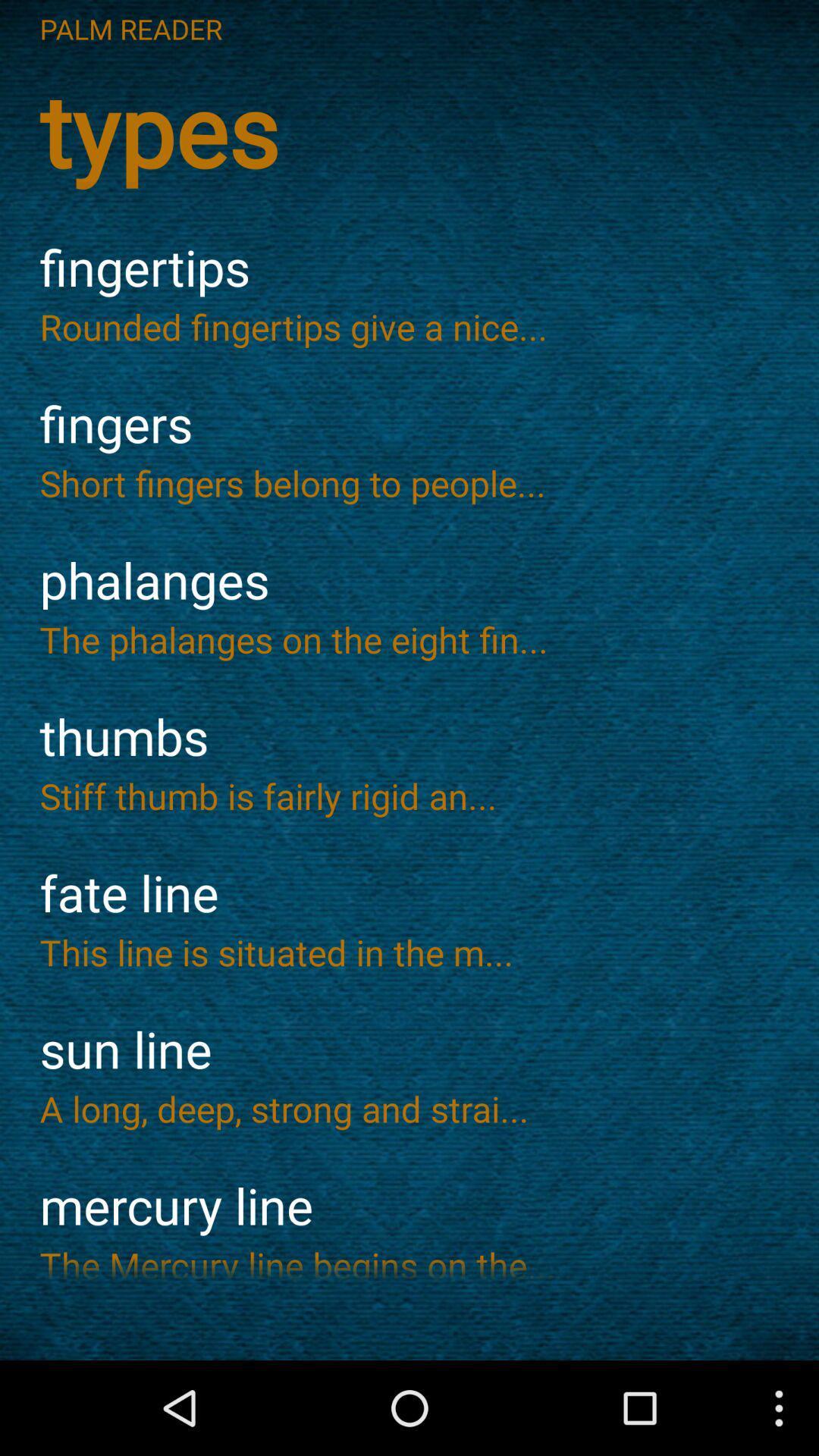 The width and height of the screenshot is (819, 1456). I want to click on icon below the this line is, so click(409, 1049).